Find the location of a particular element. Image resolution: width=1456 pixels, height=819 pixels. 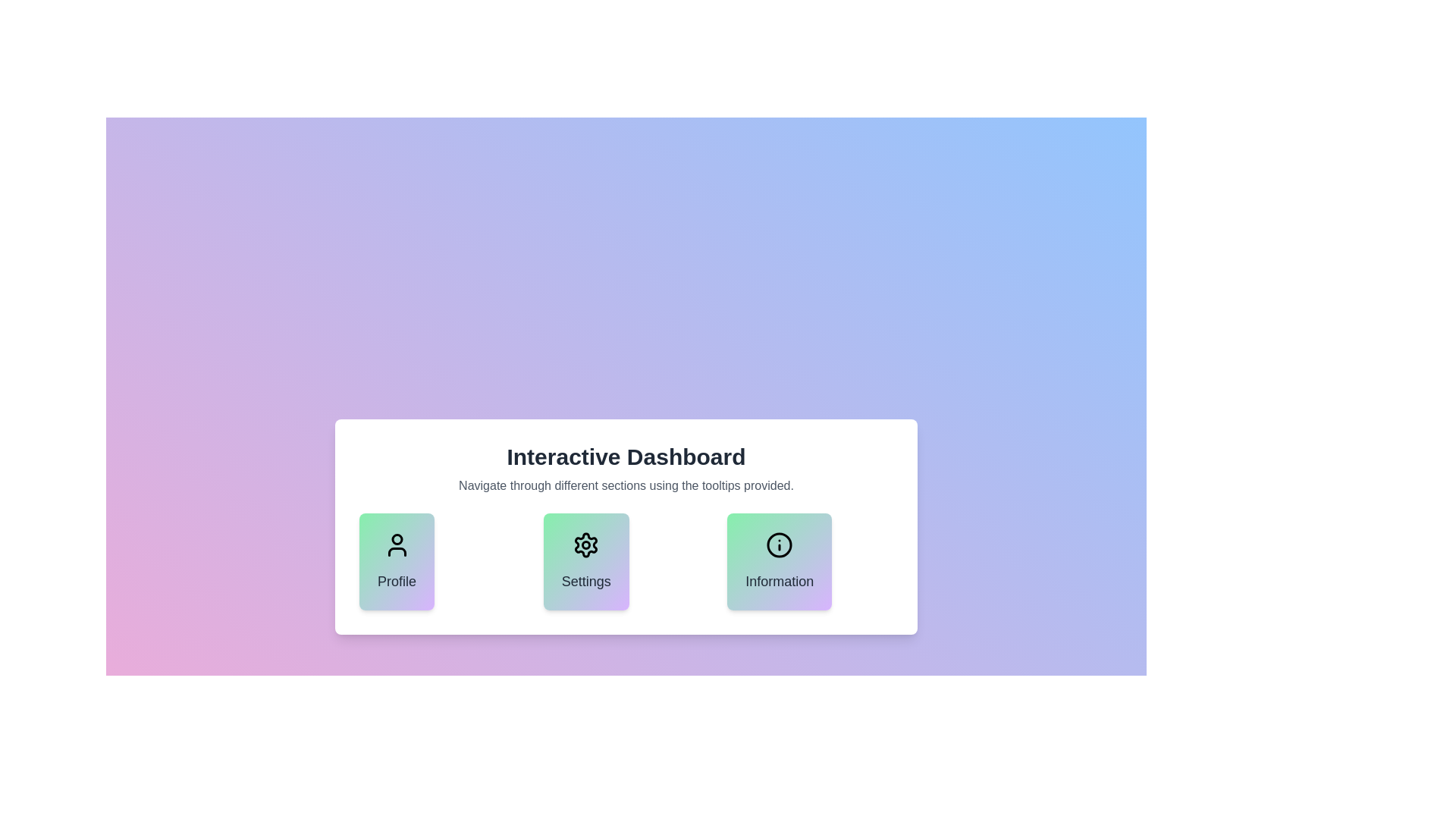

the outer circular boundary of the 'Information' icon, which indicates the availability of further details or help, located at the bottom right of the main card beneath the heading 'Interactive Dashboard.' is located at coordinates (780, 544).